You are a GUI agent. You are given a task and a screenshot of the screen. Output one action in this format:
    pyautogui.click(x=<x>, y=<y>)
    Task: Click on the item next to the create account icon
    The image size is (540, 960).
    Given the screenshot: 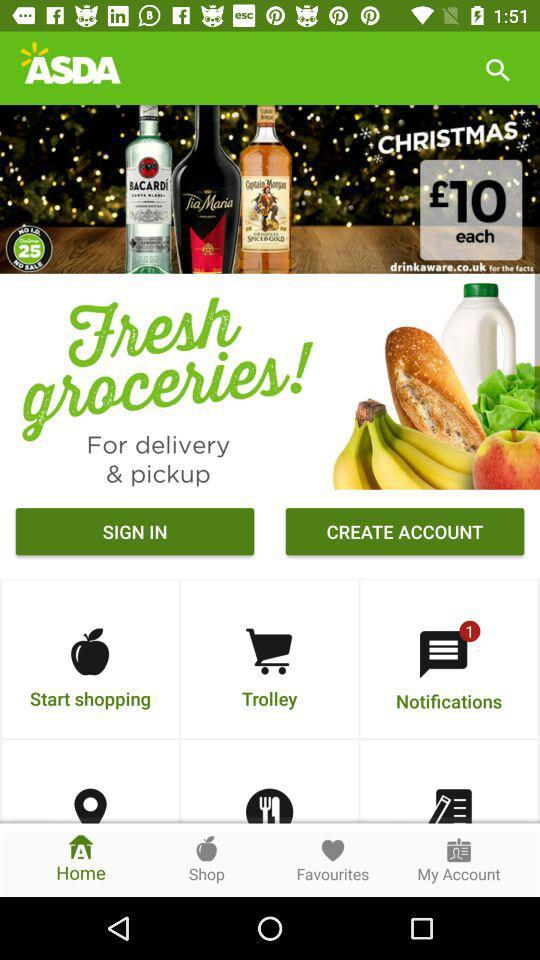 What is the action you would take?
    pyautogui.click(x=135, y=533)
    